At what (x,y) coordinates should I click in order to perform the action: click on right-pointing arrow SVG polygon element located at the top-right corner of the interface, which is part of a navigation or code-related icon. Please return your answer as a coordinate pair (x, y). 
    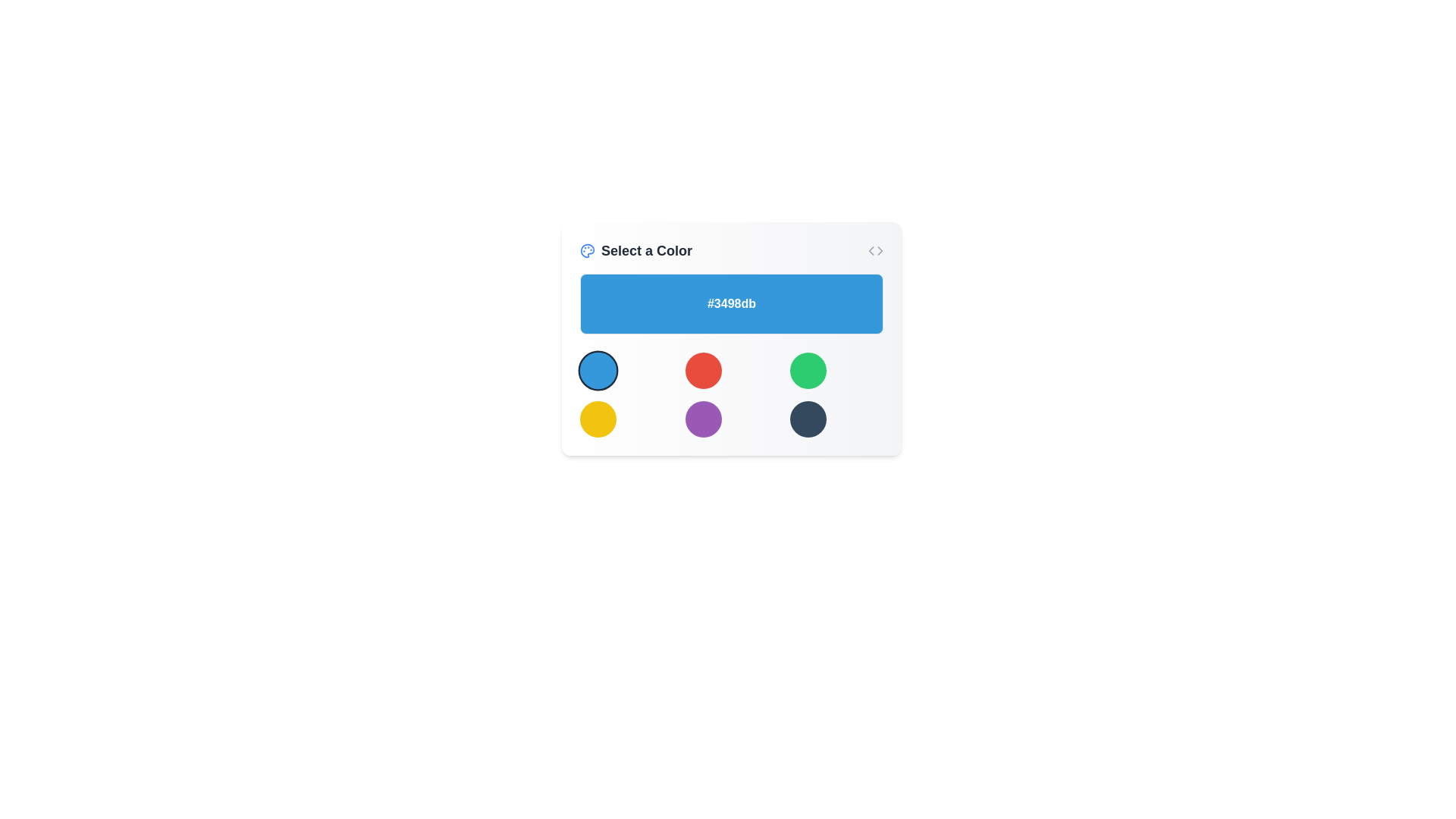
    Looking at the image, I should click on (880, 250).